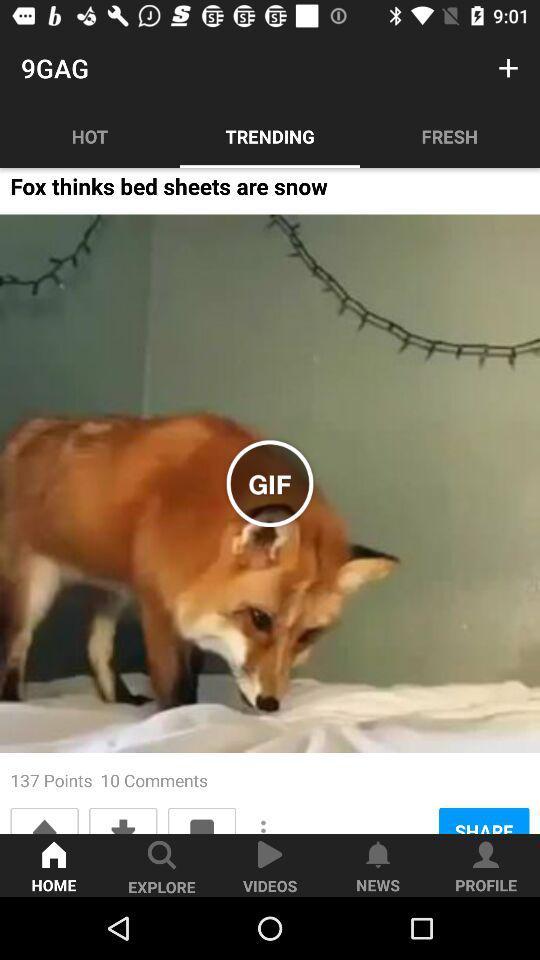 This screenshot has width=540, height=960. I want to click on the icon below the fox thinks bed item, so click(270, 482).